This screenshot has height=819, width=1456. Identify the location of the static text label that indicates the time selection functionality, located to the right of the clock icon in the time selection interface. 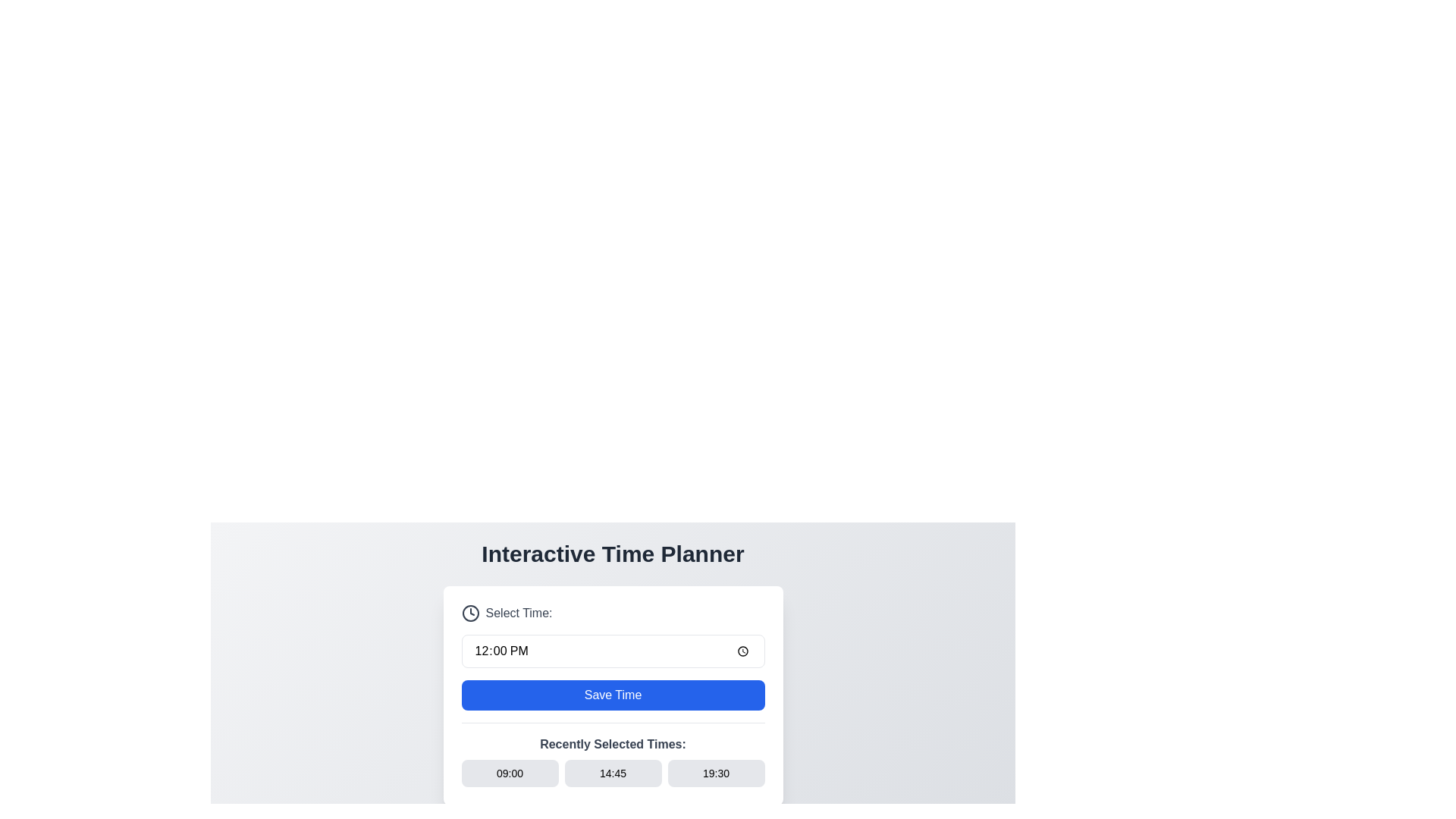
(519, 613).